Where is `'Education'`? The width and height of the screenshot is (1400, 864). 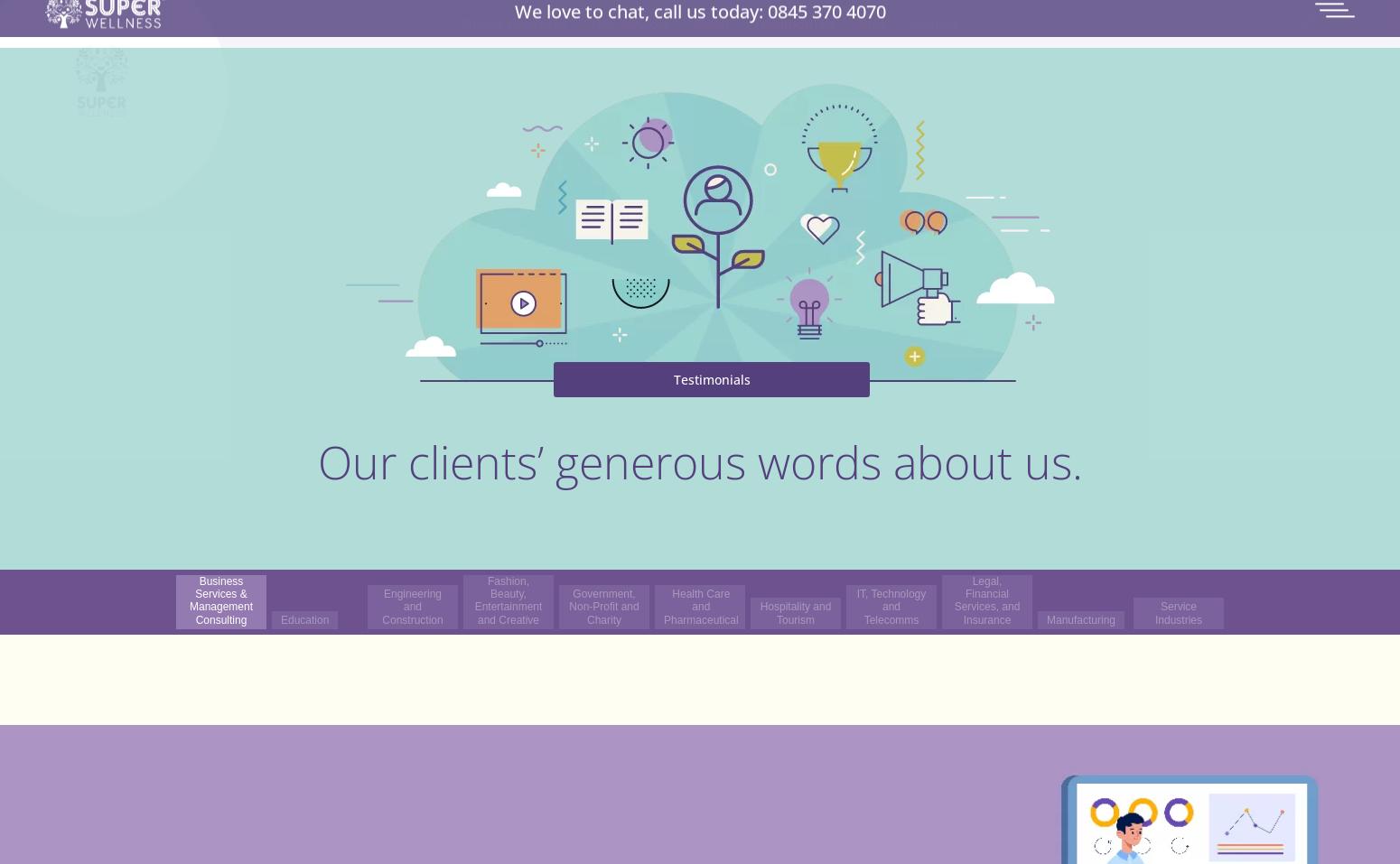 'Education' is located at coordinates (303, 618).